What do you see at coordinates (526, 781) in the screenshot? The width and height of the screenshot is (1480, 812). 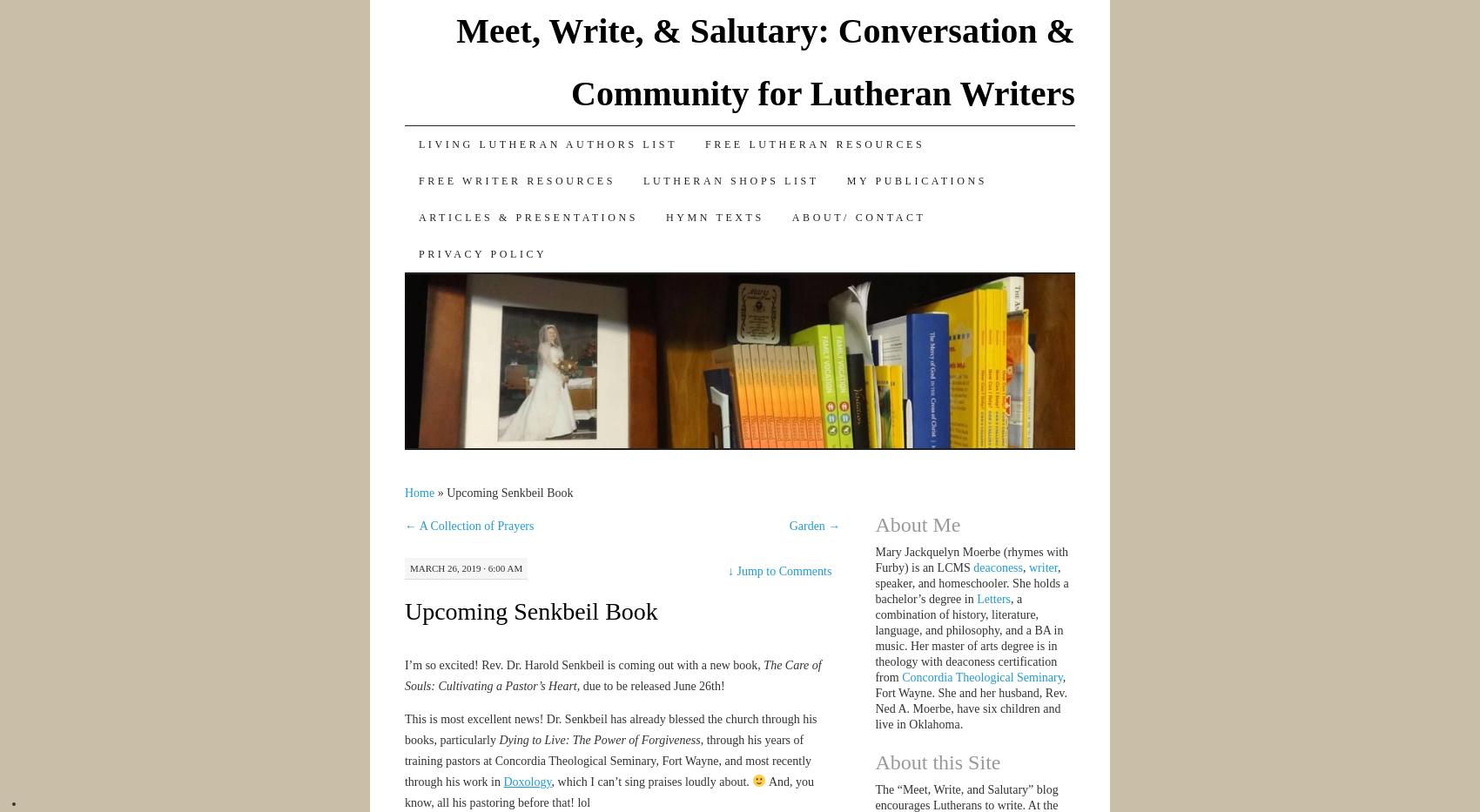 I see `'Doxology'` at bounding box center [526, 781].